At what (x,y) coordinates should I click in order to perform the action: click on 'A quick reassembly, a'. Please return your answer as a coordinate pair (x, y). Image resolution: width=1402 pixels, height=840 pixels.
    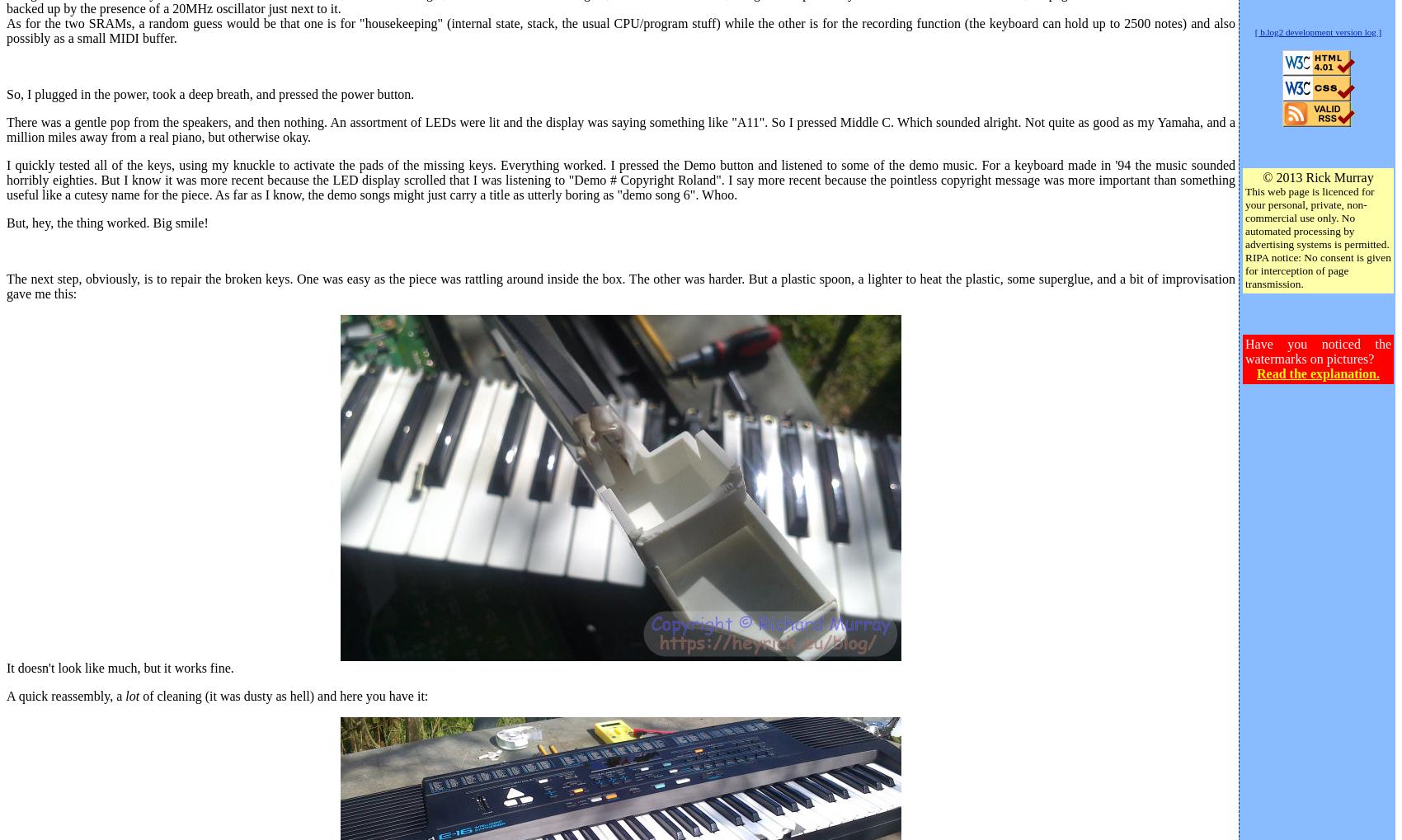
    Looking at the image, I should click on (6, 694).